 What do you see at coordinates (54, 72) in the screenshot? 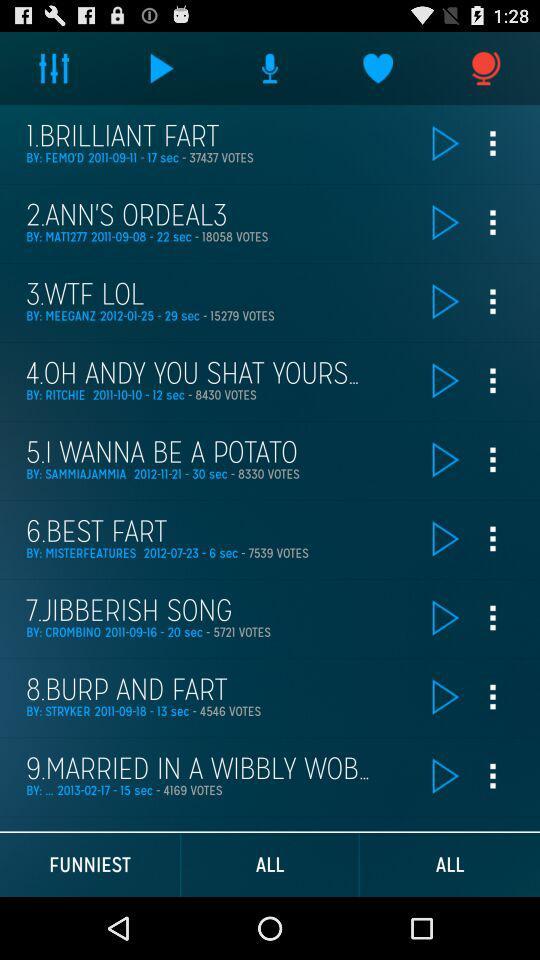
I see `the sliders icon` at bounding box center [54, 72].